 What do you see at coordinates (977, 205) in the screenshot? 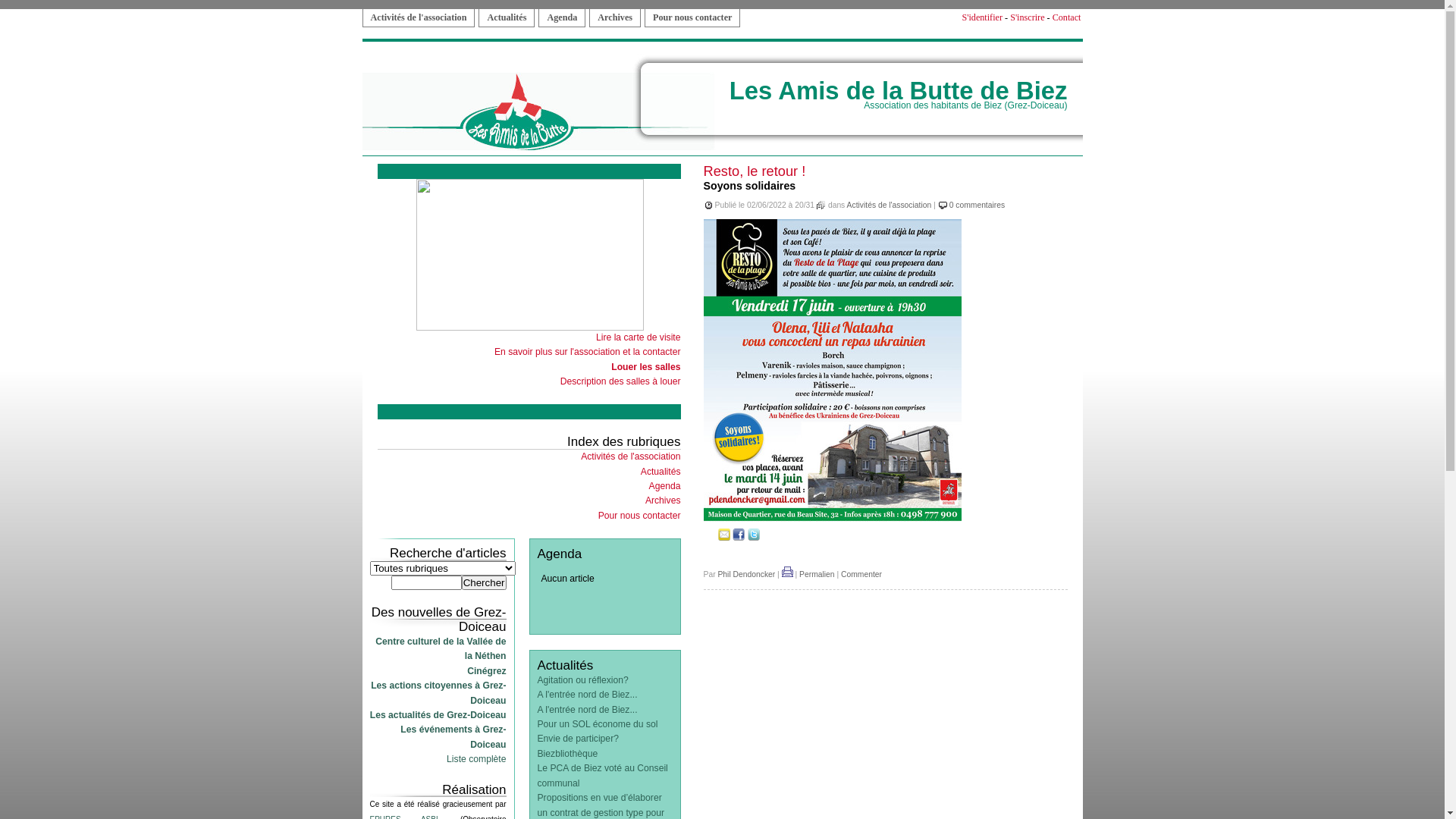
I see `'0 commentaires'` at bounding box center [977, 205].